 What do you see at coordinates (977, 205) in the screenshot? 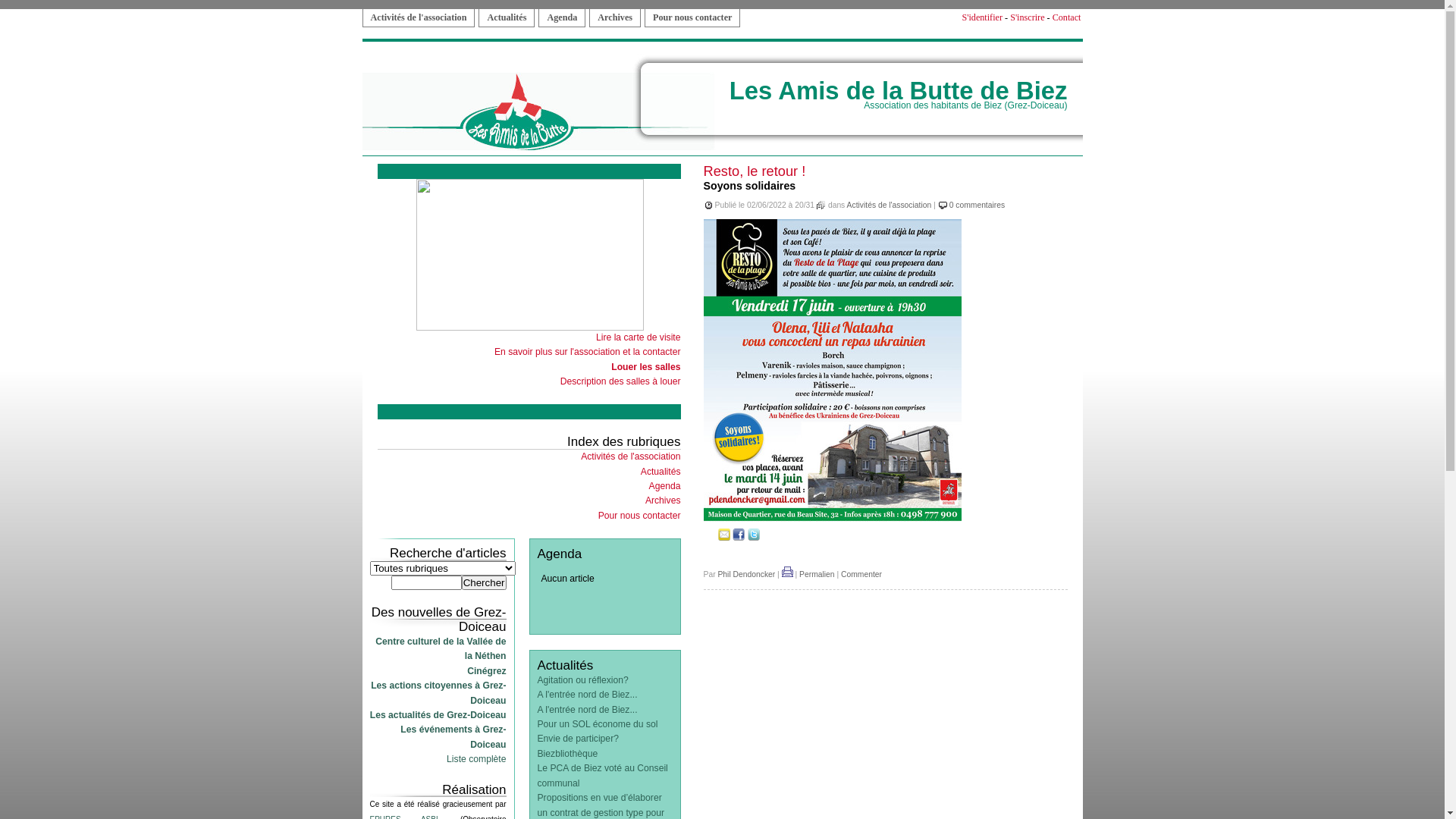
I see `'0 commentaires'` at bounding box center [977, 205].